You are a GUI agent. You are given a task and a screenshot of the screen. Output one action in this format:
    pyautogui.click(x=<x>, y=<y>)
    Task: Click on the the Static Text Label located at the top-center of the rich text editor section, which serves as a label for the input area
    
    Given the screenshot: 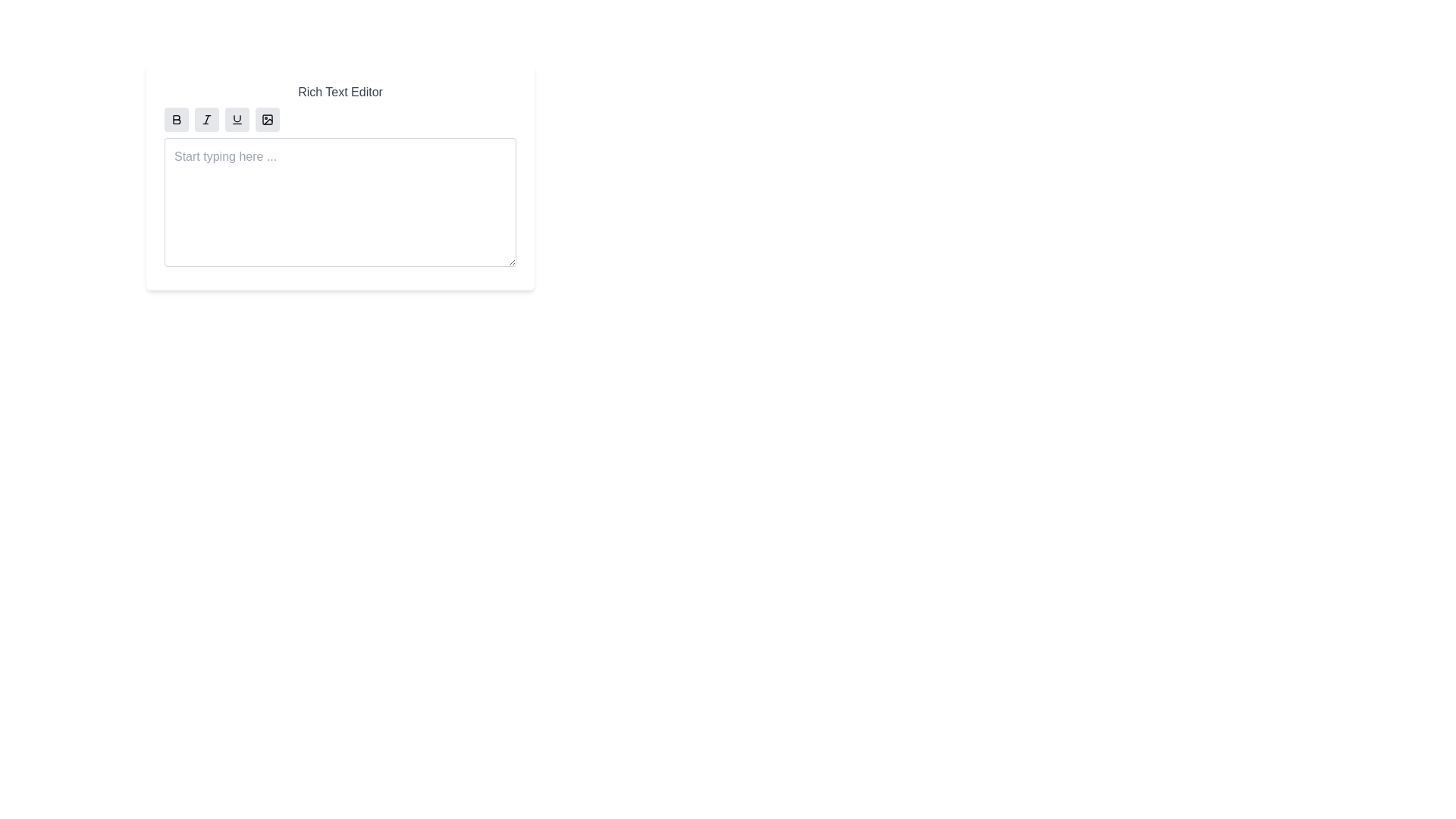 What is the action you would take?
    pyautogui.click(x=340, y=93)
    